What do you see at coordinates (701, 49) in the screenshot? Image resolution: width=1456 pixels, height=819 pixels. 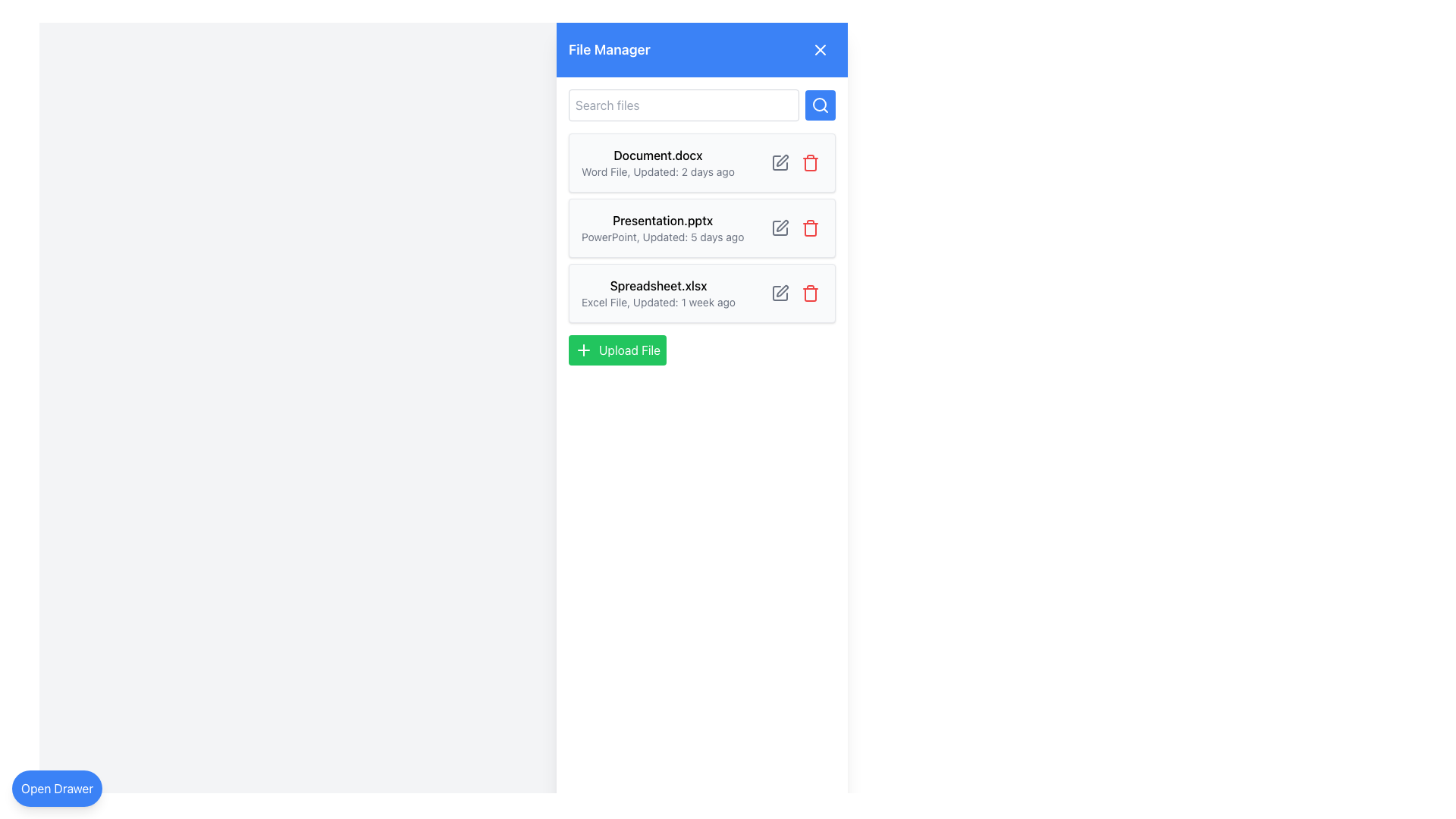 I see `the title bar of the file management panel located at the top of the right-side vertical drawer` at bounding box center [701, 49].